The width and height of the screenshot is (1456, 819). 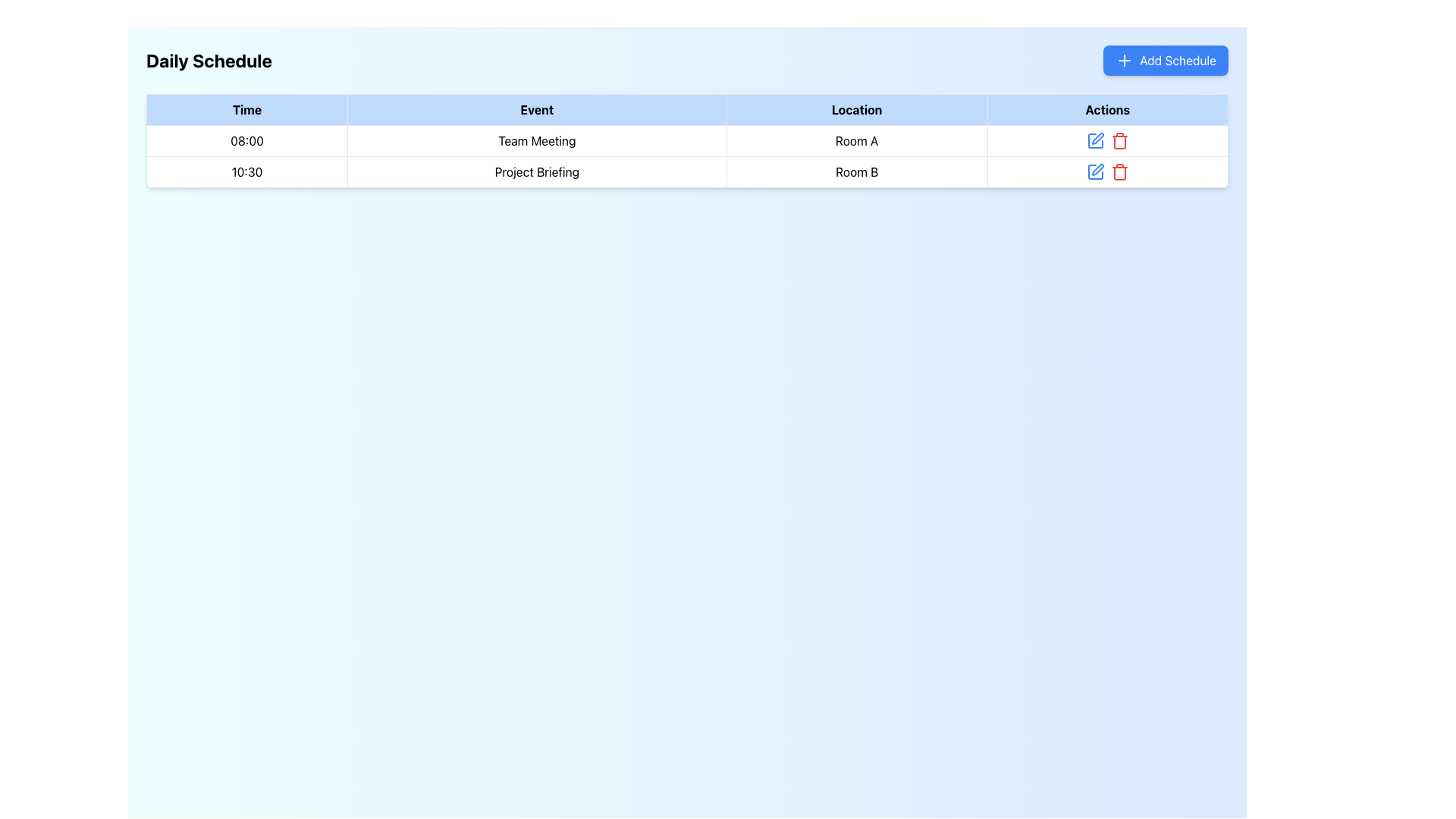 What do you see at coordinates (247, 109) in the screenshot?
I see `the time information column header in the table located in the first column of the header row, near the 'Daily Schedule' heading` at bounding box center [247, 109].